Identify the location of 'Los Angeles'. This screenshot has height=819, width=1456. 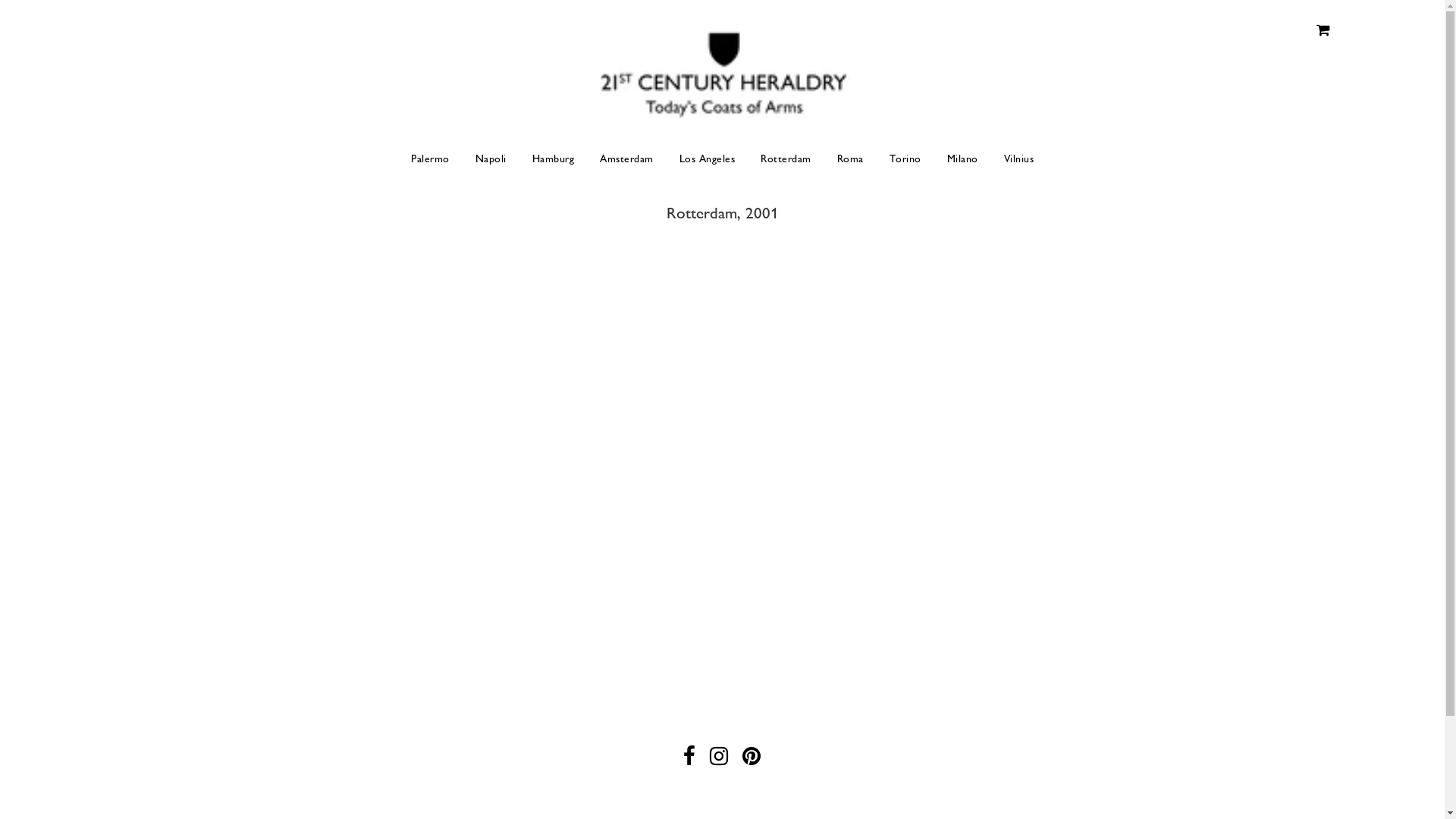
(667, 158).